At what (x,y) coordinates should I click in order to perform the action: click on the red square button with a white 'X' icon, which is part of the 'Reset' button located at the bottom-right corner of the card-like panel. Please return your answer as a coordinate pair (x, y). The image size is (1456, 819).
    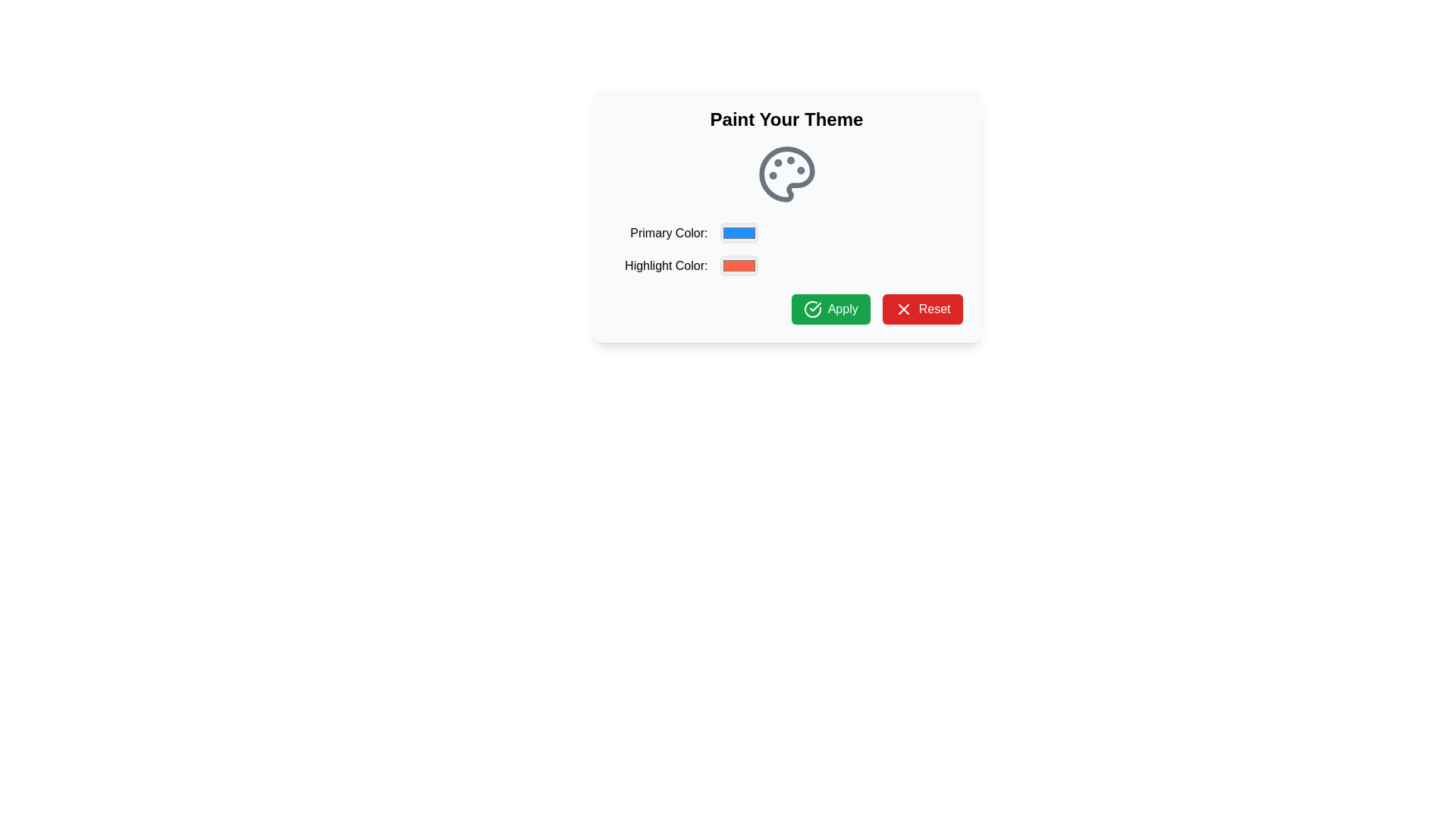
    Looking at the image, I should click on (903, 309).